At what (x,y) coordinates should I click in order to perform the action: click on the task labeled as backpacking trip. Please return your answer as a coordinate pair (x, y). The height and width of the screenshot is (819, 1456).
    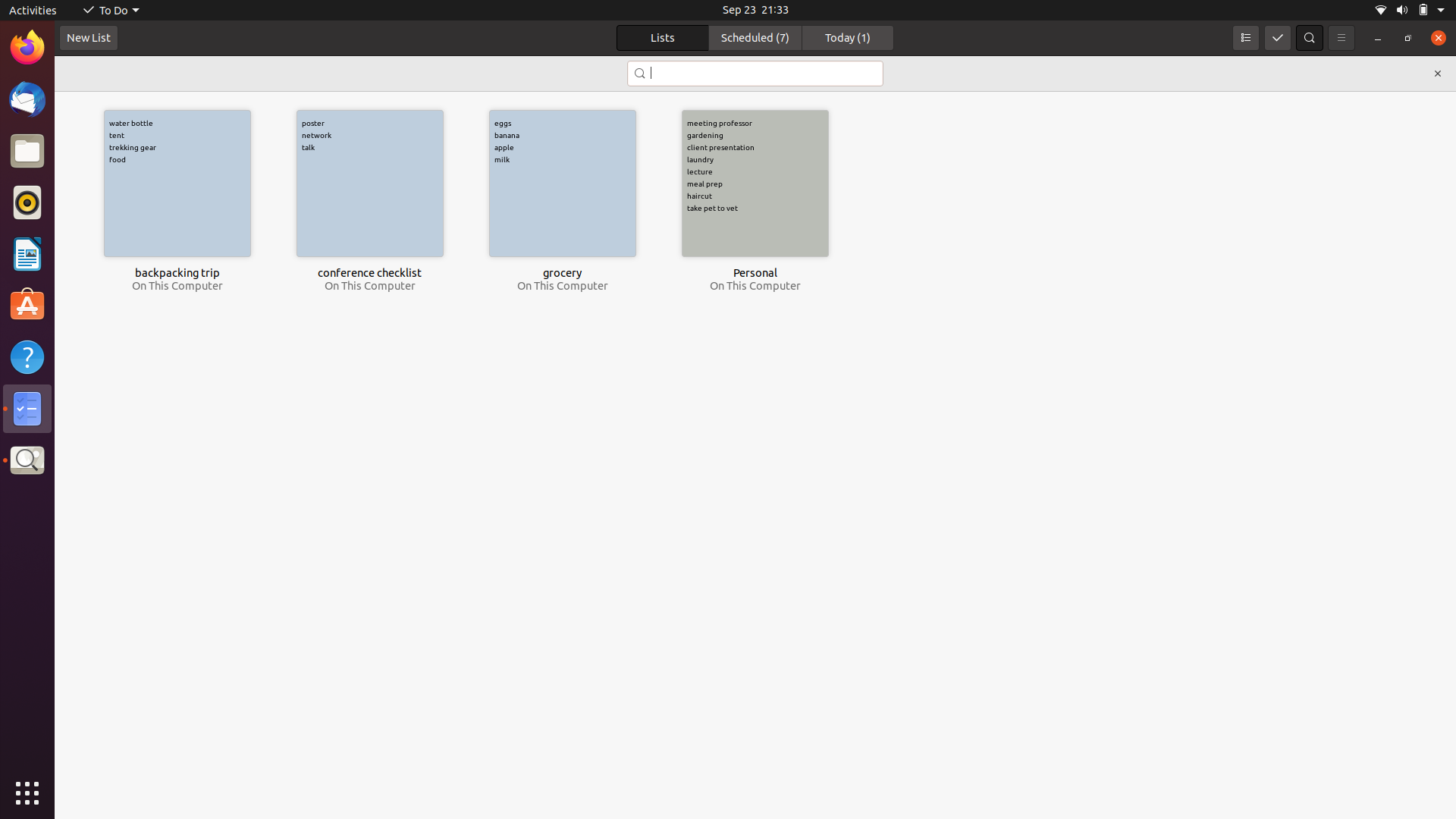
    Looking at the image, I should click on (177, 183).